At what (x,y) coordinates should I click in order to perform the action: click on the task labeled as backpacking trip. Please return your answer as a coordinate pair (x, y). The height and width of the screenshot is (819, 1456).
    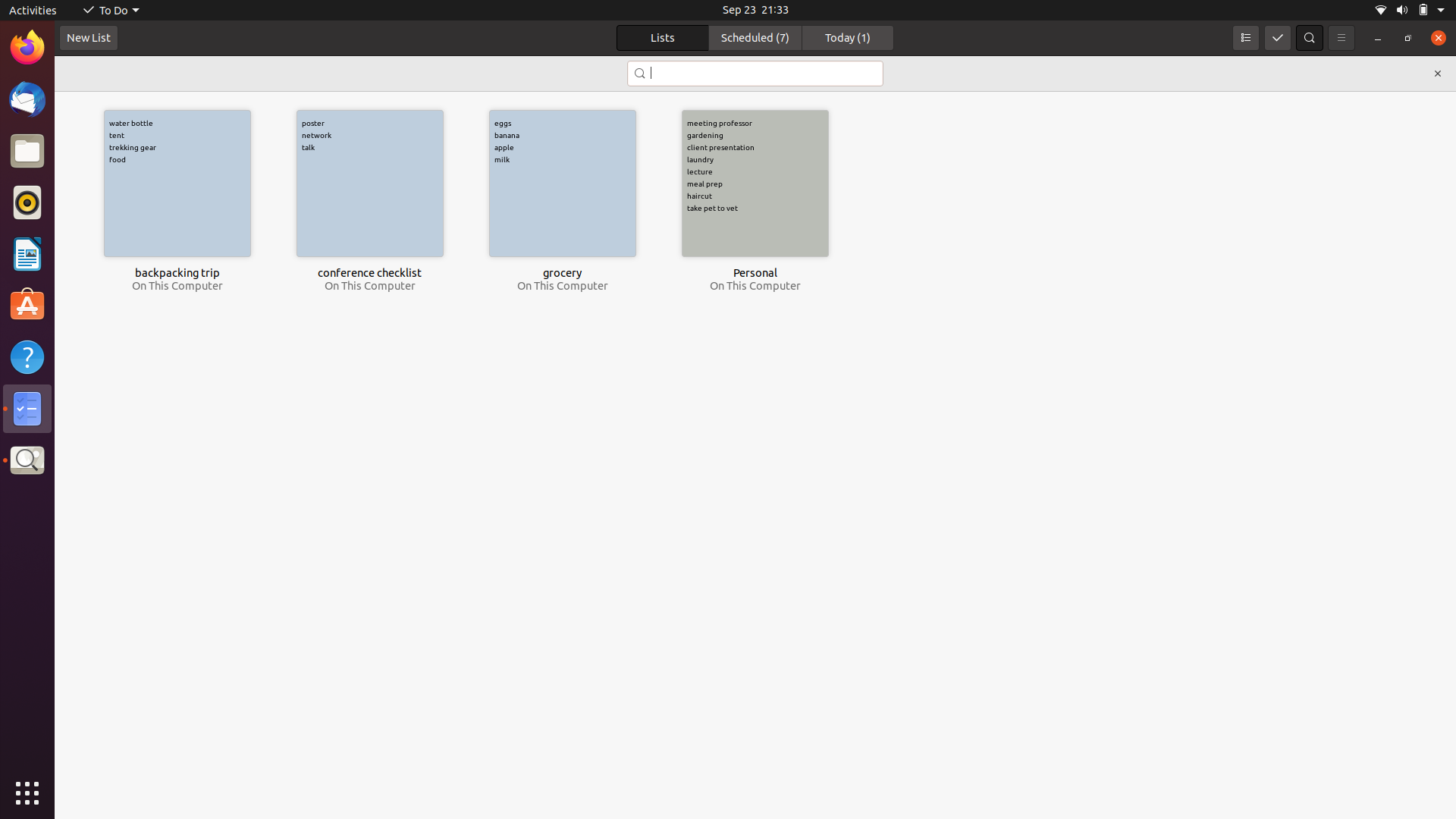
    Looking at the image, I should click on (177, 183).